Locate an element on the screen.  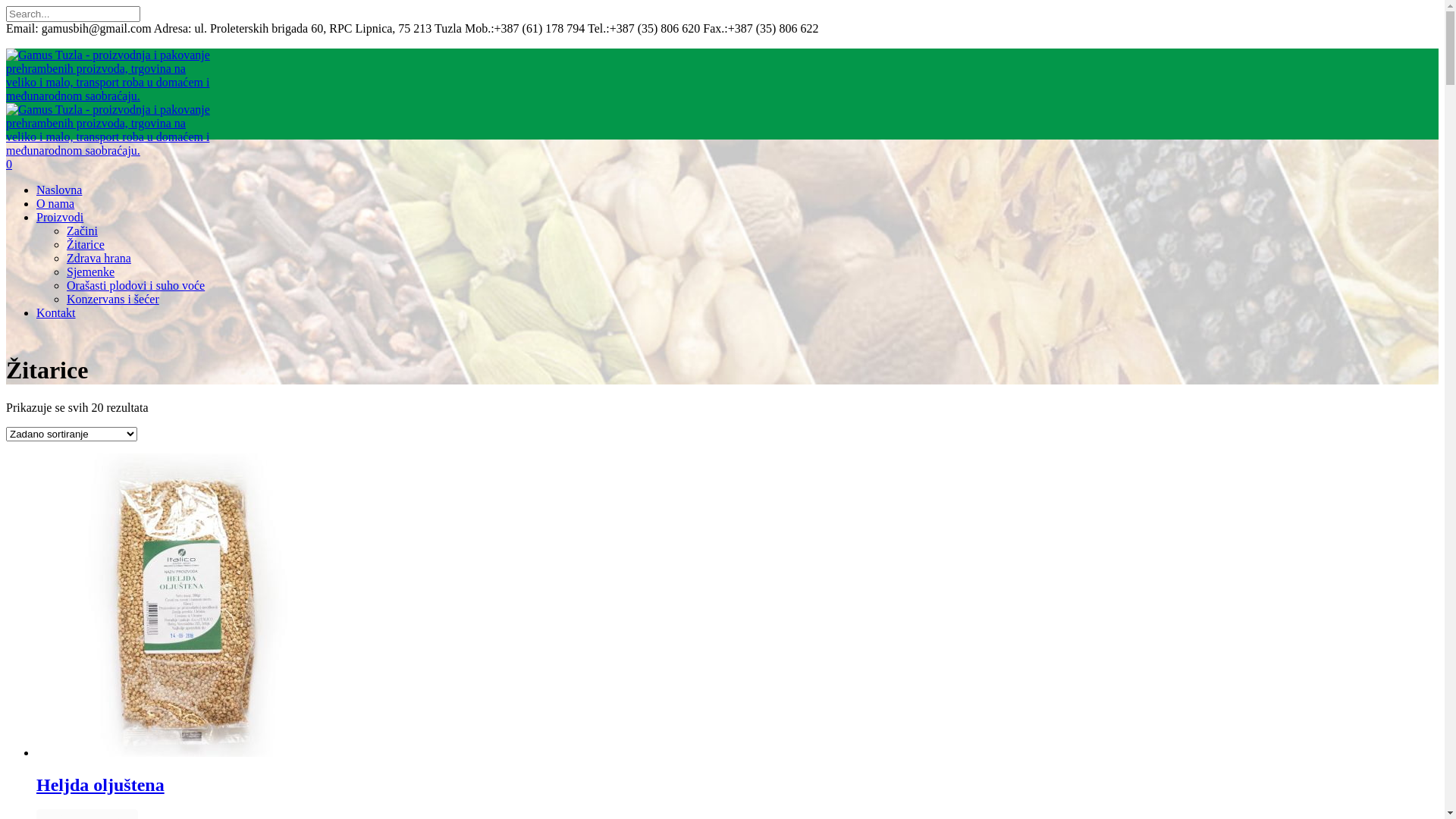
'0' is located at coordinates (9, 164).